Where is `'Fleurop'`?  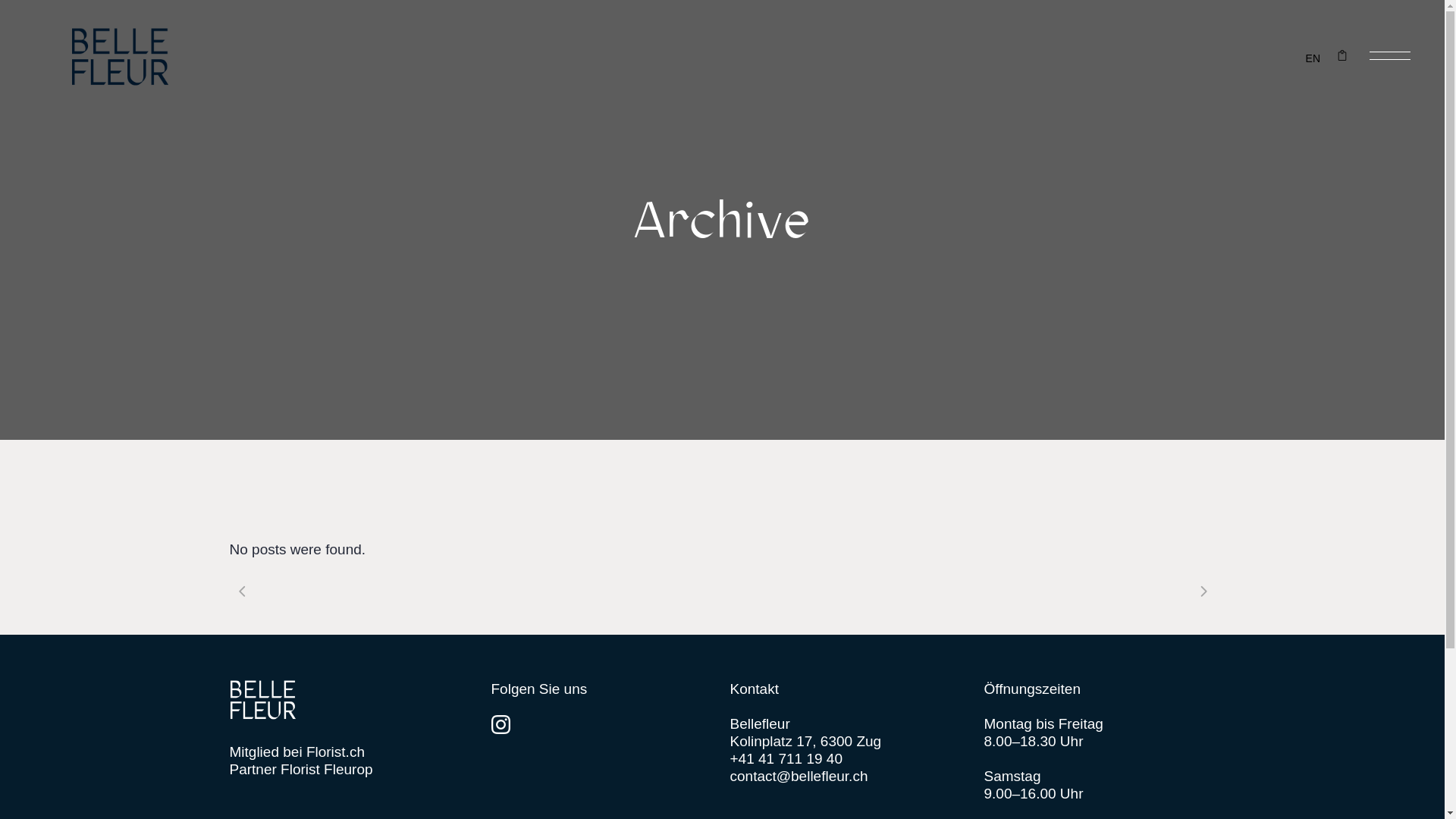 'Fleurop' is located at coordinates (347, 769).